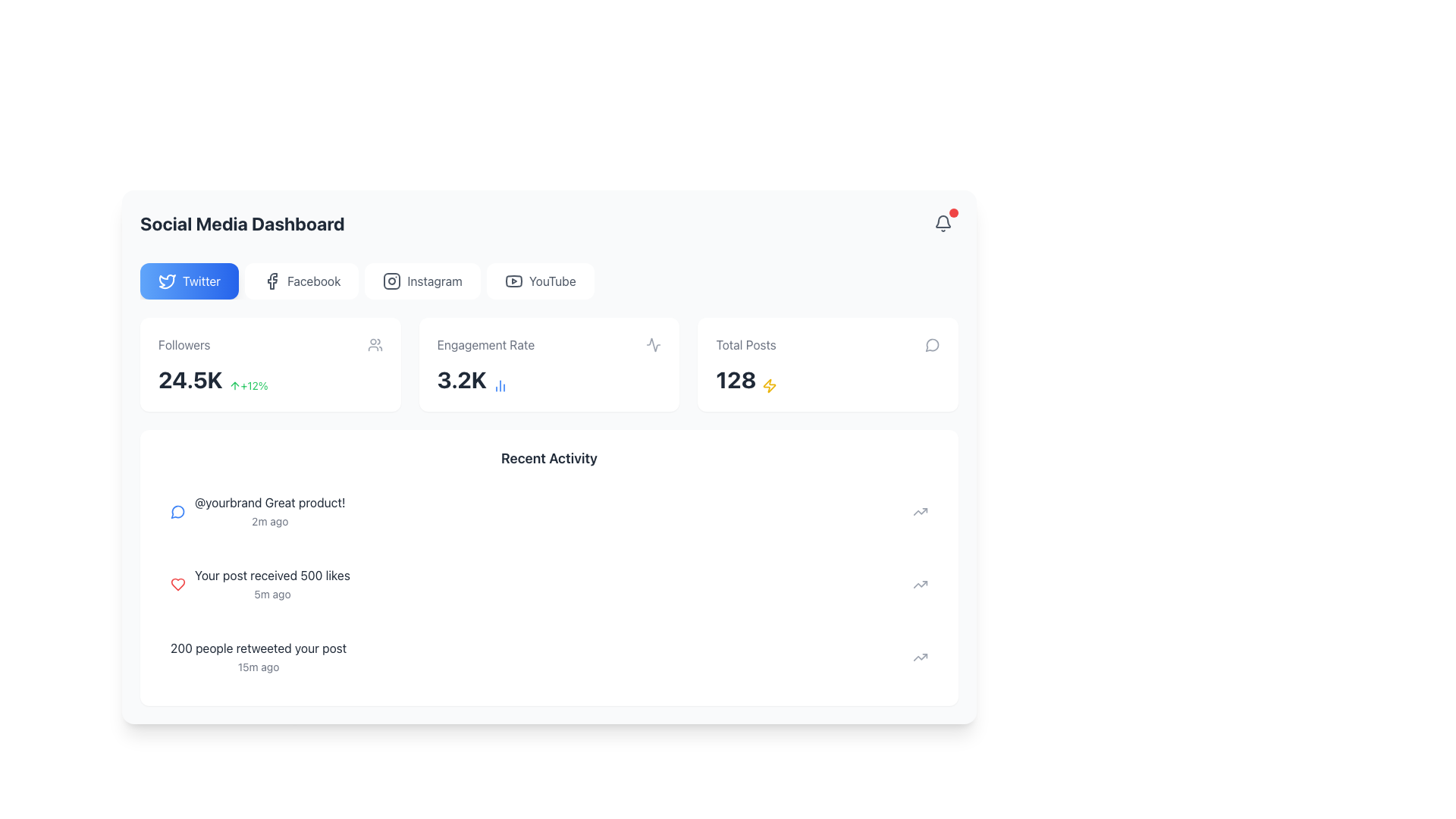 This screenshot has height=819, width=1456. I want to click on the topmost activity in the 'Recent Activity' section of the dashboard that displays a recent user interaction or comment, which includes the username, feedback, and timestamp, so click(270, 512).